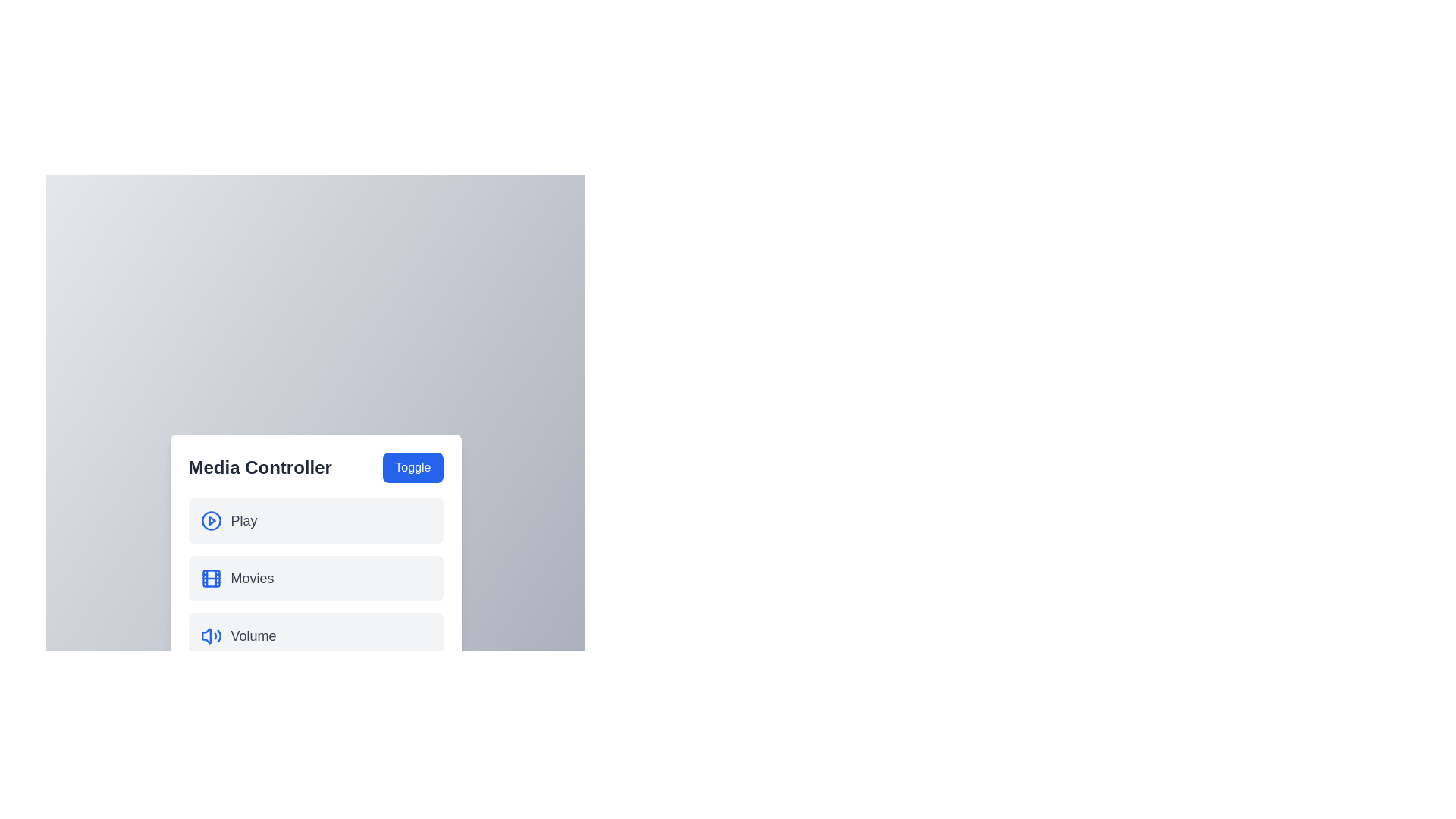  I want to click on the icon corresponding to the Play menu item, so click(210, 519).